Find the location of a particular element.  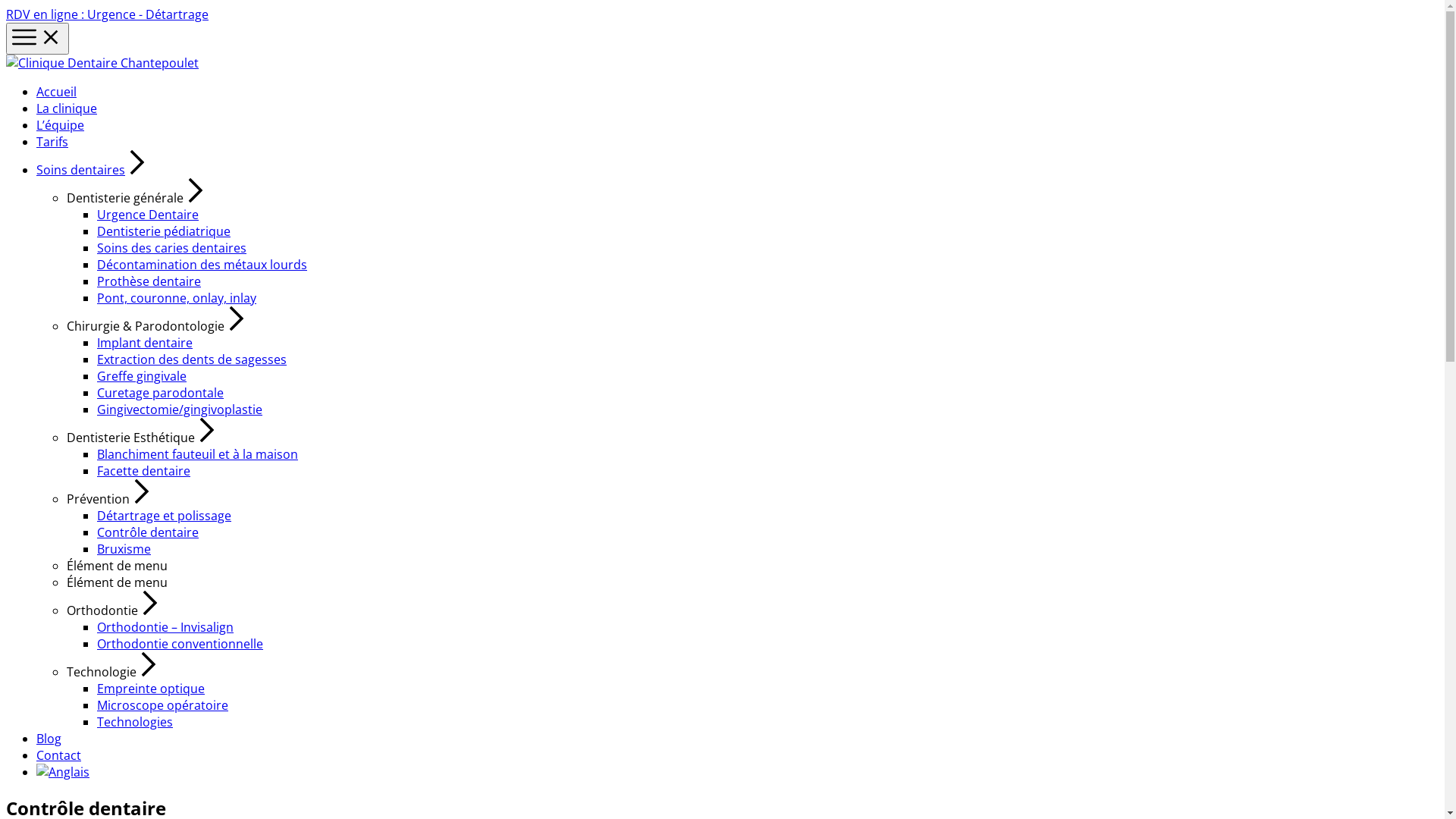

'Chirurgie & Parodontologie' is located at coordinates (157, 325).